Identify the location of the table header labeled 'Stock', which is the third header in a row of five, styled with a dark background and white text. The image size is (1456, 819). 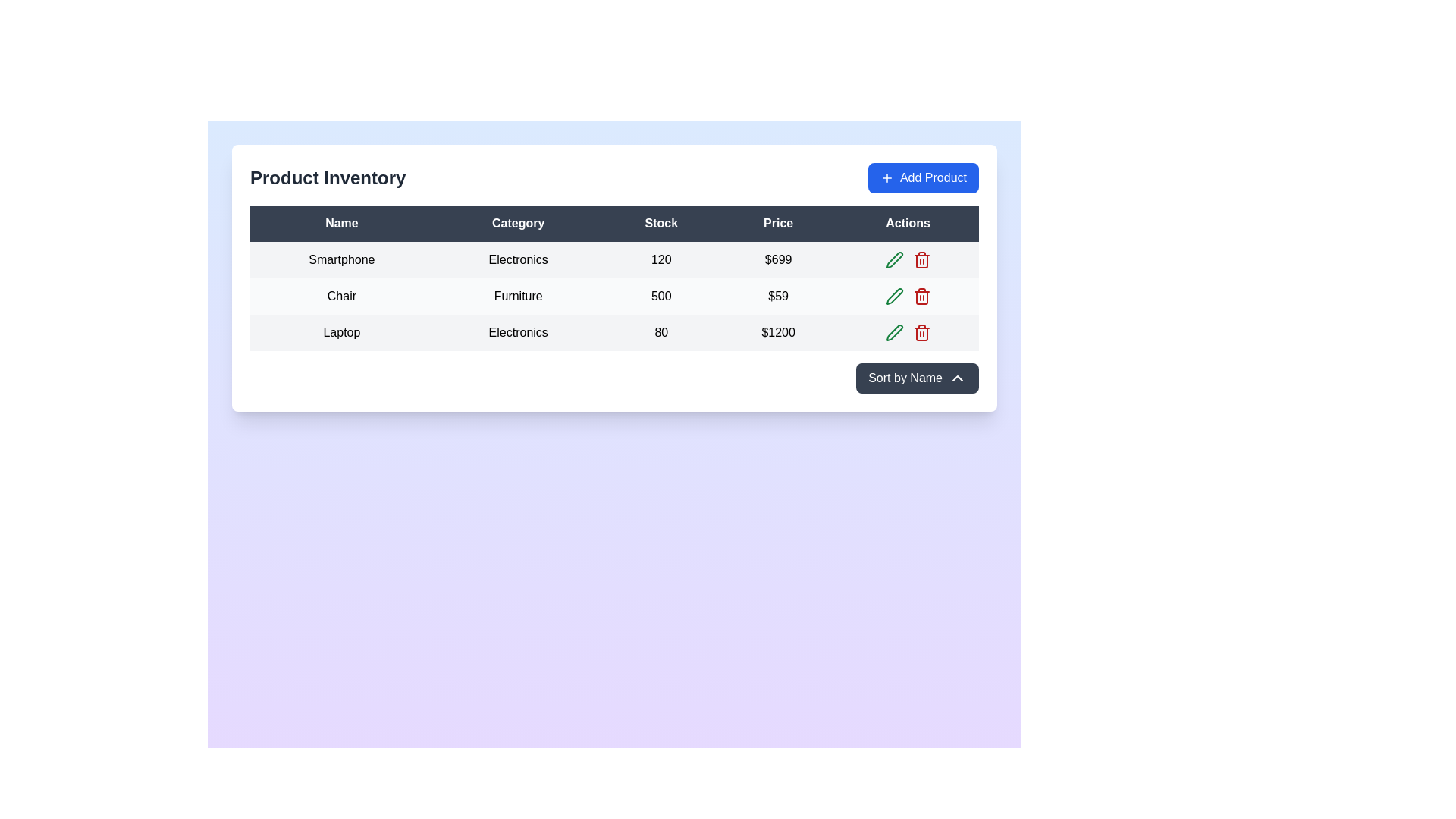
(661, 223).